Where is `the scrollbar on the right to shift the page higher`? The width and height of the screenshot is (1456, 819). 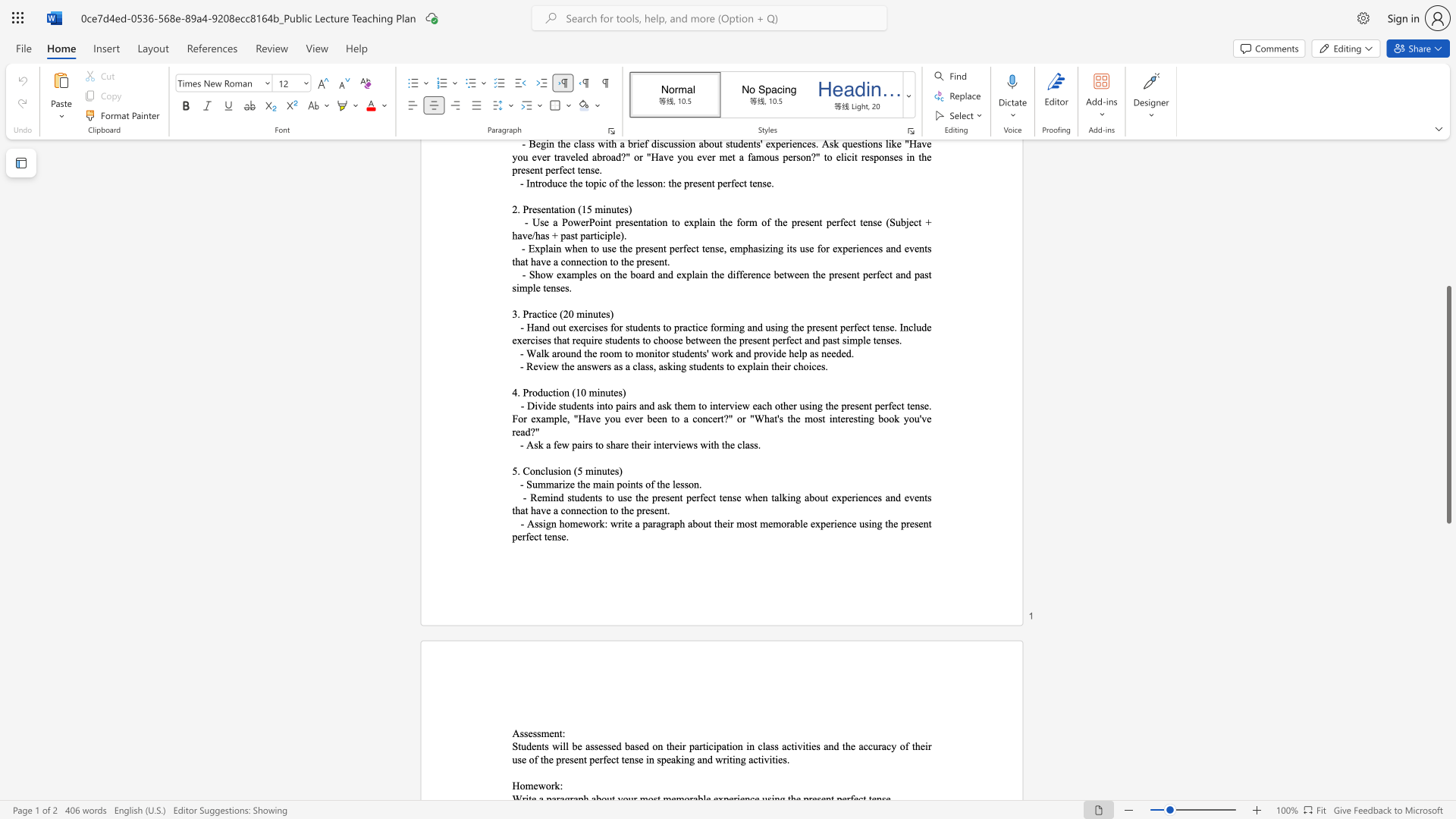 the scrollbar on the right to shift the page higher is located at coordinates (1448, 249).